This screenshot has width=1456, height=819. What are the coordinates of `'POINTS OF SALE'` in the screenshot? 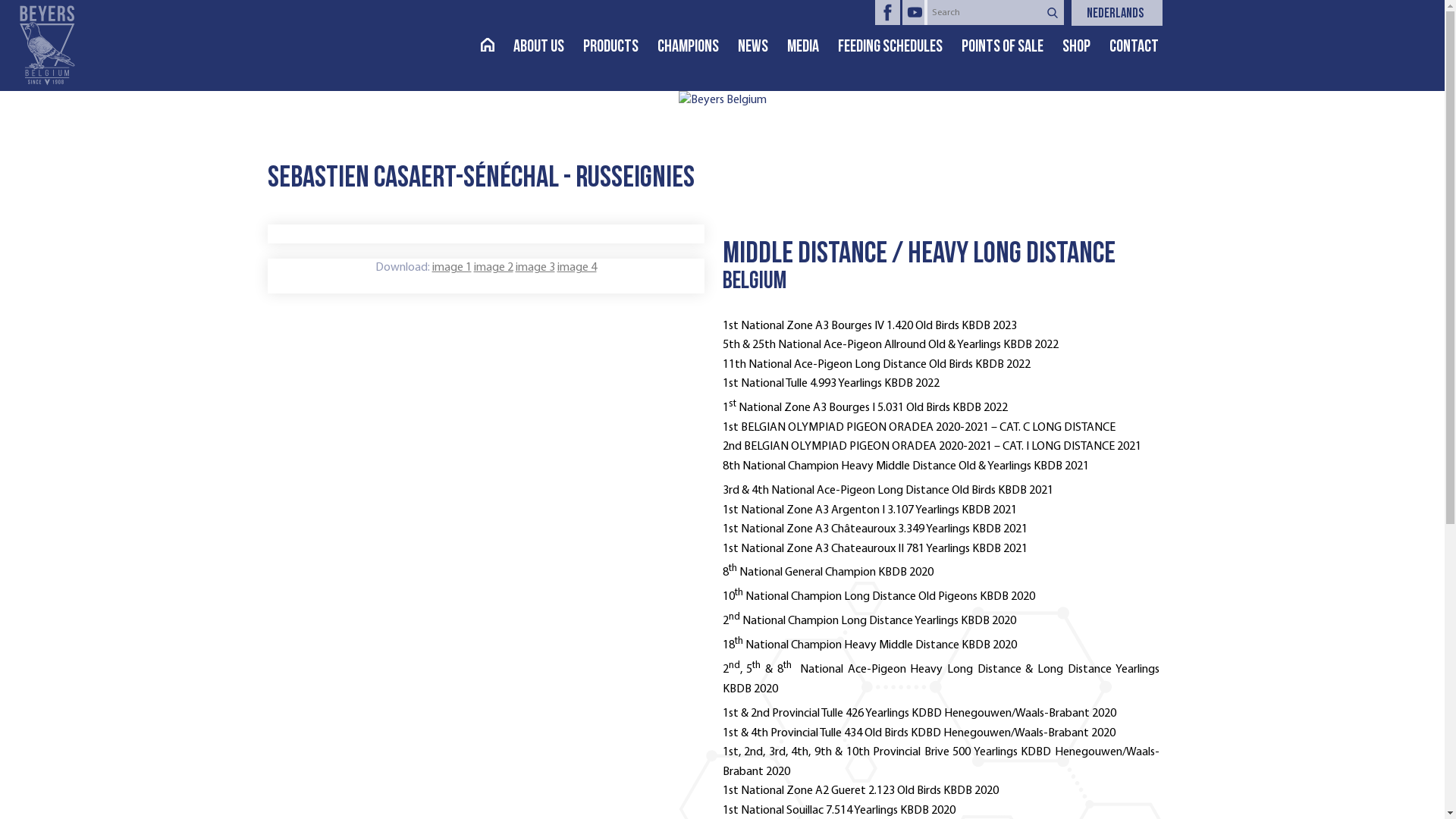 It's located at (1012, 46).